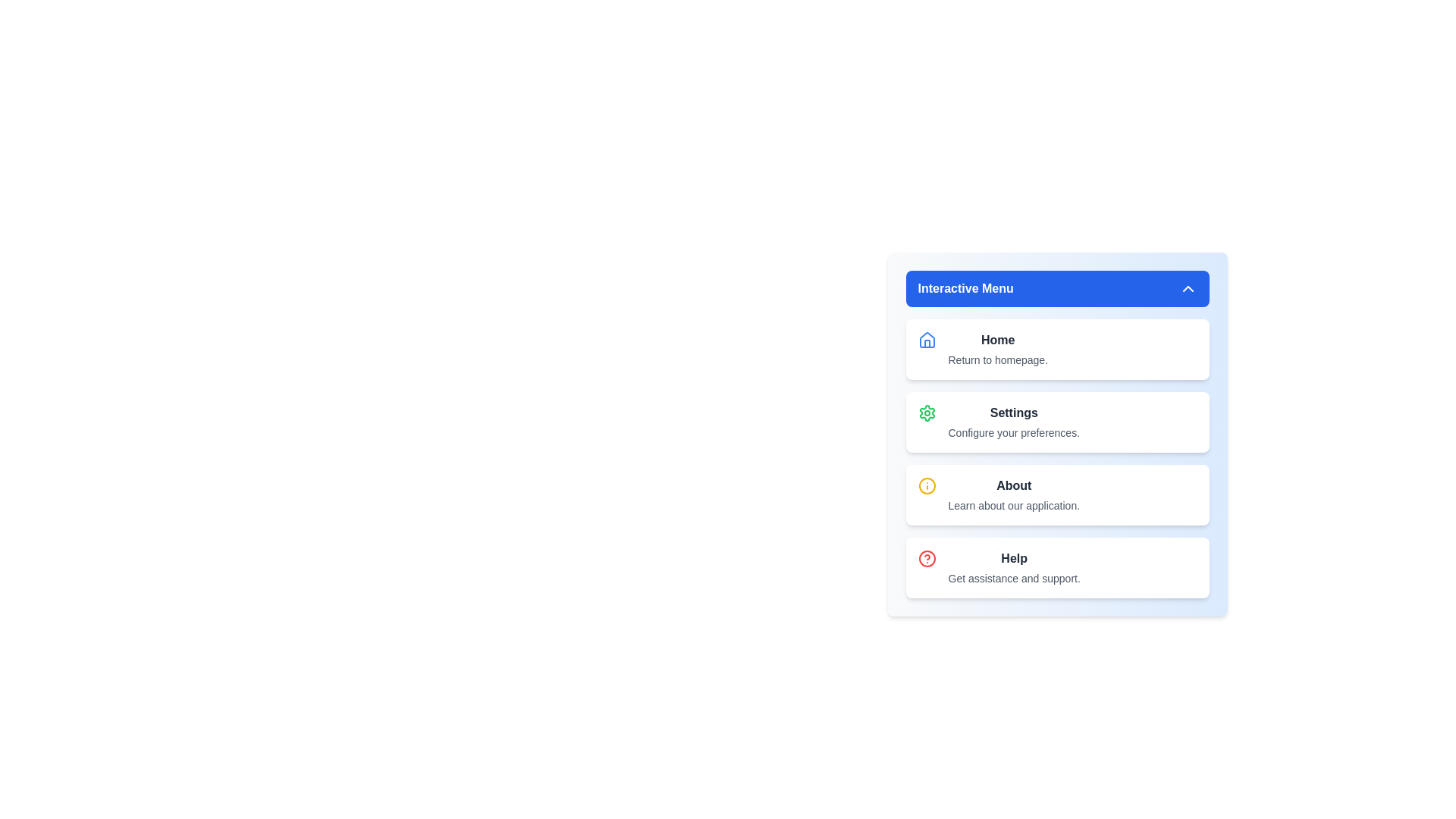 This screenshot has width=1456, height=819. Describe the element at coordinates (1014, 567) in the screenshot. I see `the informational text block that contains the bold 'Help' text and the smaller 'Get assistance and support' text, located within the fourth card of the vertically stacked menu layout` at that location.